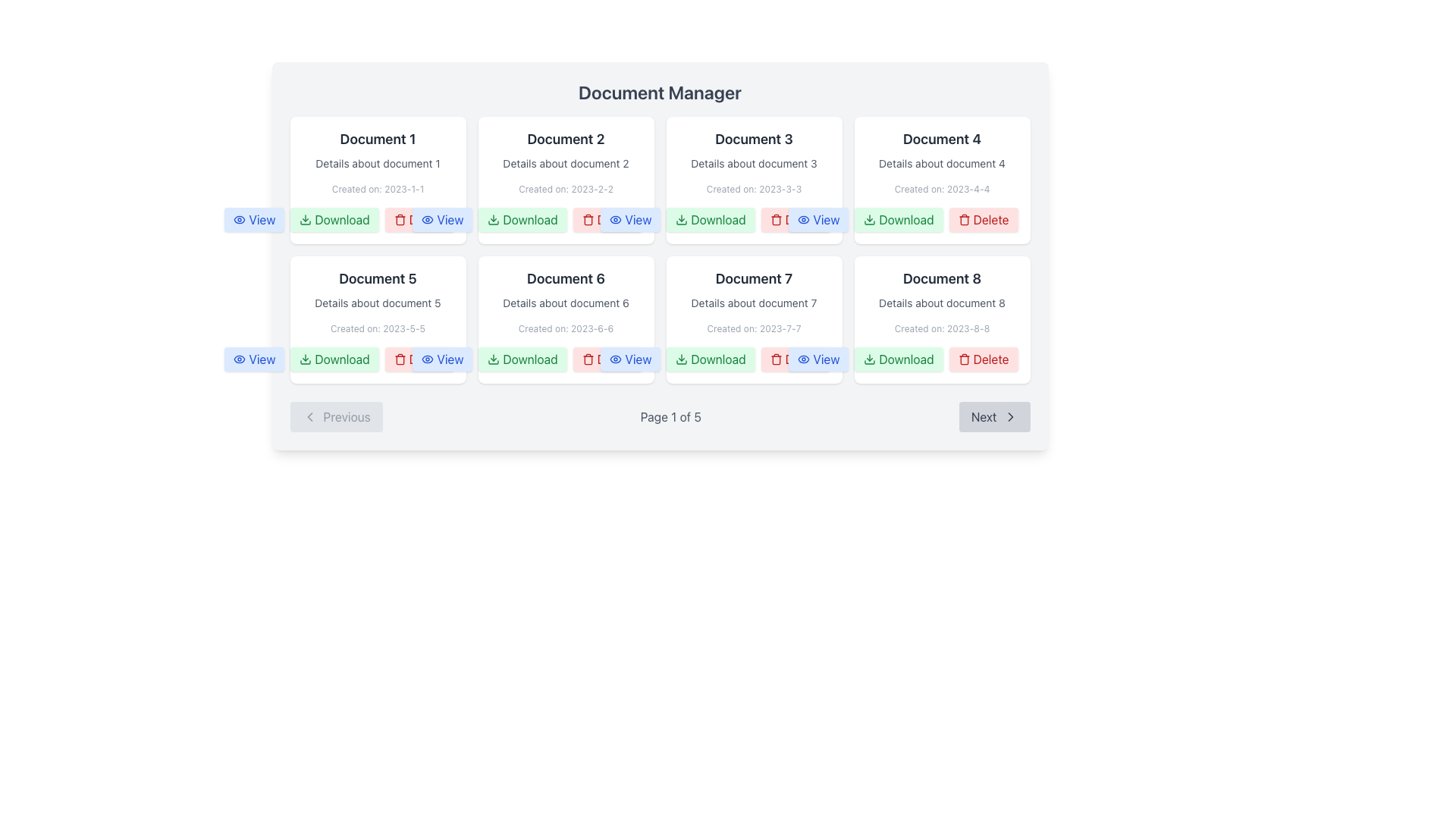 The height and width of the screenshot is (819, 1456). Describe the element at coordinates (803, 219) in the screenshot. I see `the eye icon within the rounded button labeled 'View', which is part of the card for 'Document 3' in the second row` at that location.